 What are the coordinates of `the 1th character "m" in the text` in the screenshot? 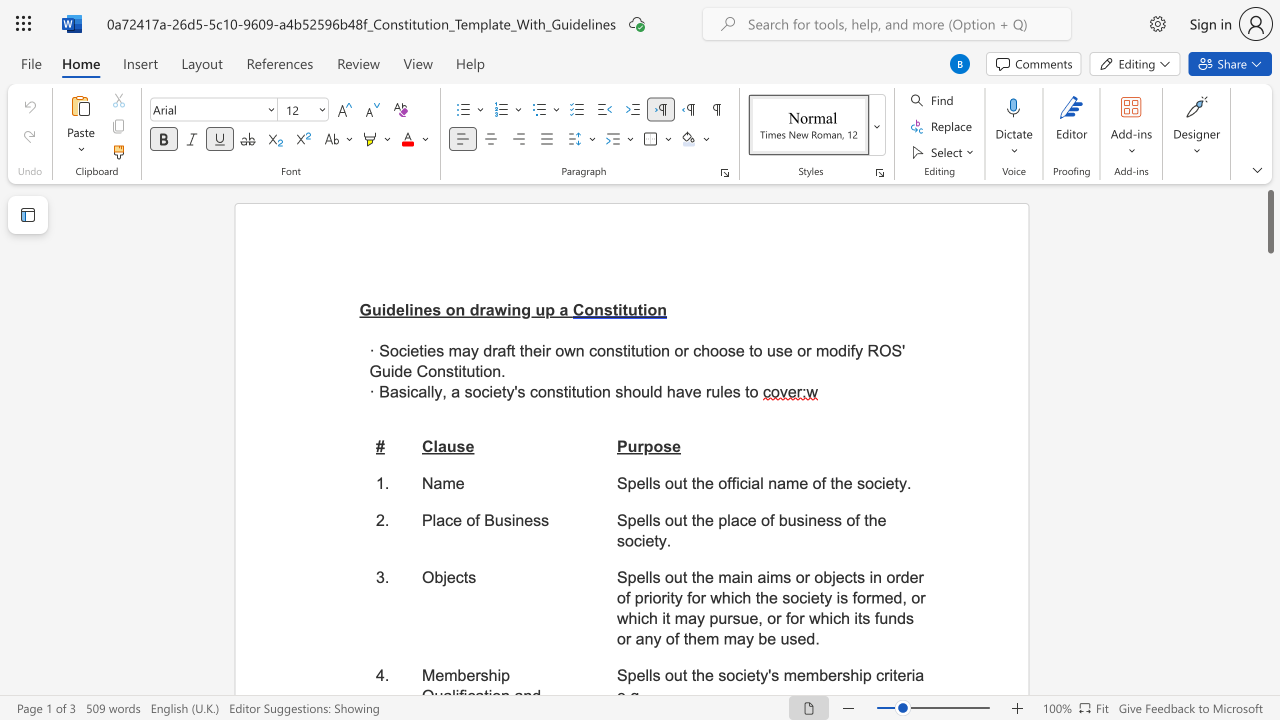 It's located at (454, 350).